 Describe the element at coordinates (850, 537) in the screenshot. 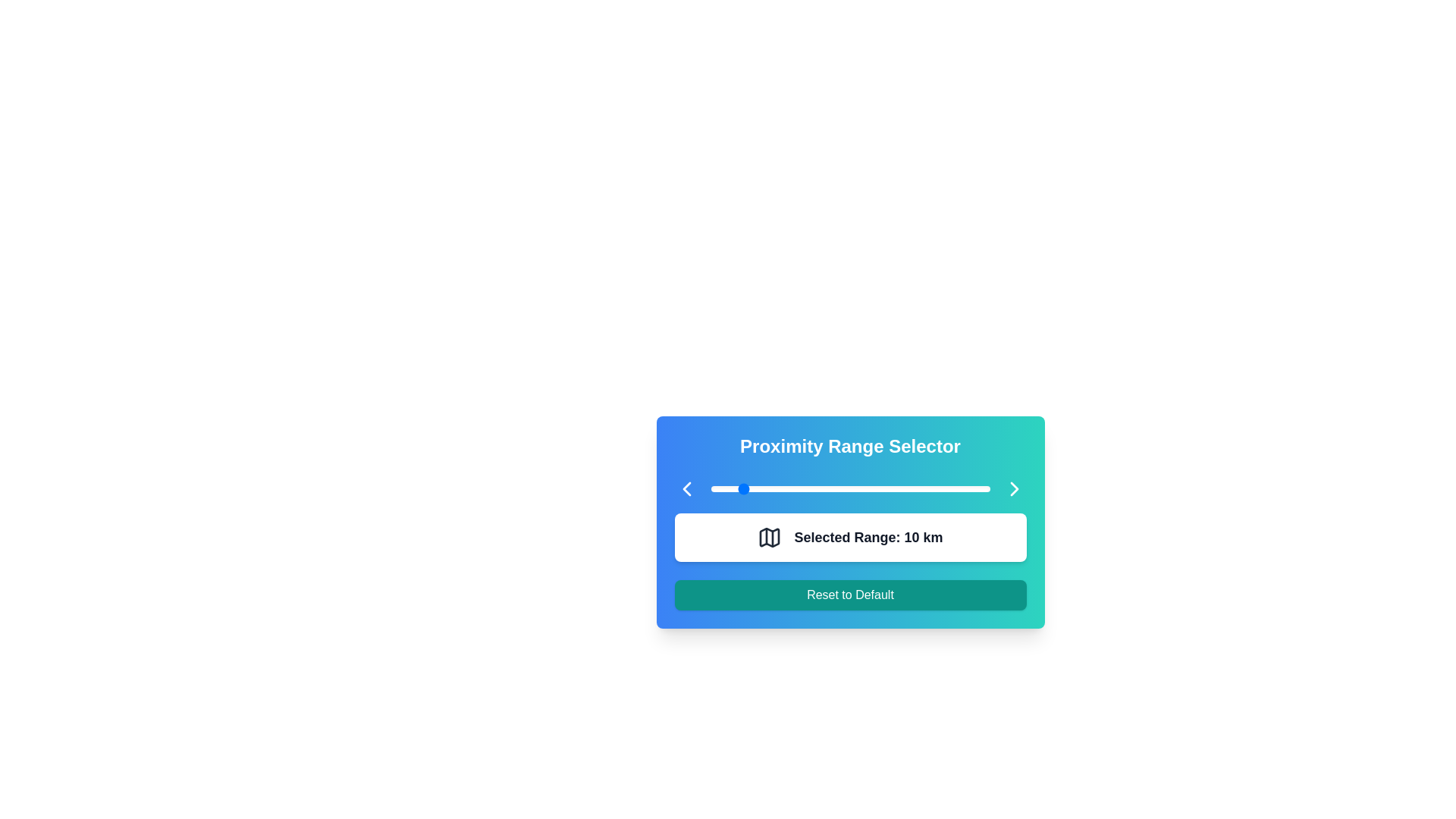

I see `the informational label displaying the currently selected range of '10 km', which is located below the proximity range slider and above the 'Reset to Default' button` at that location.